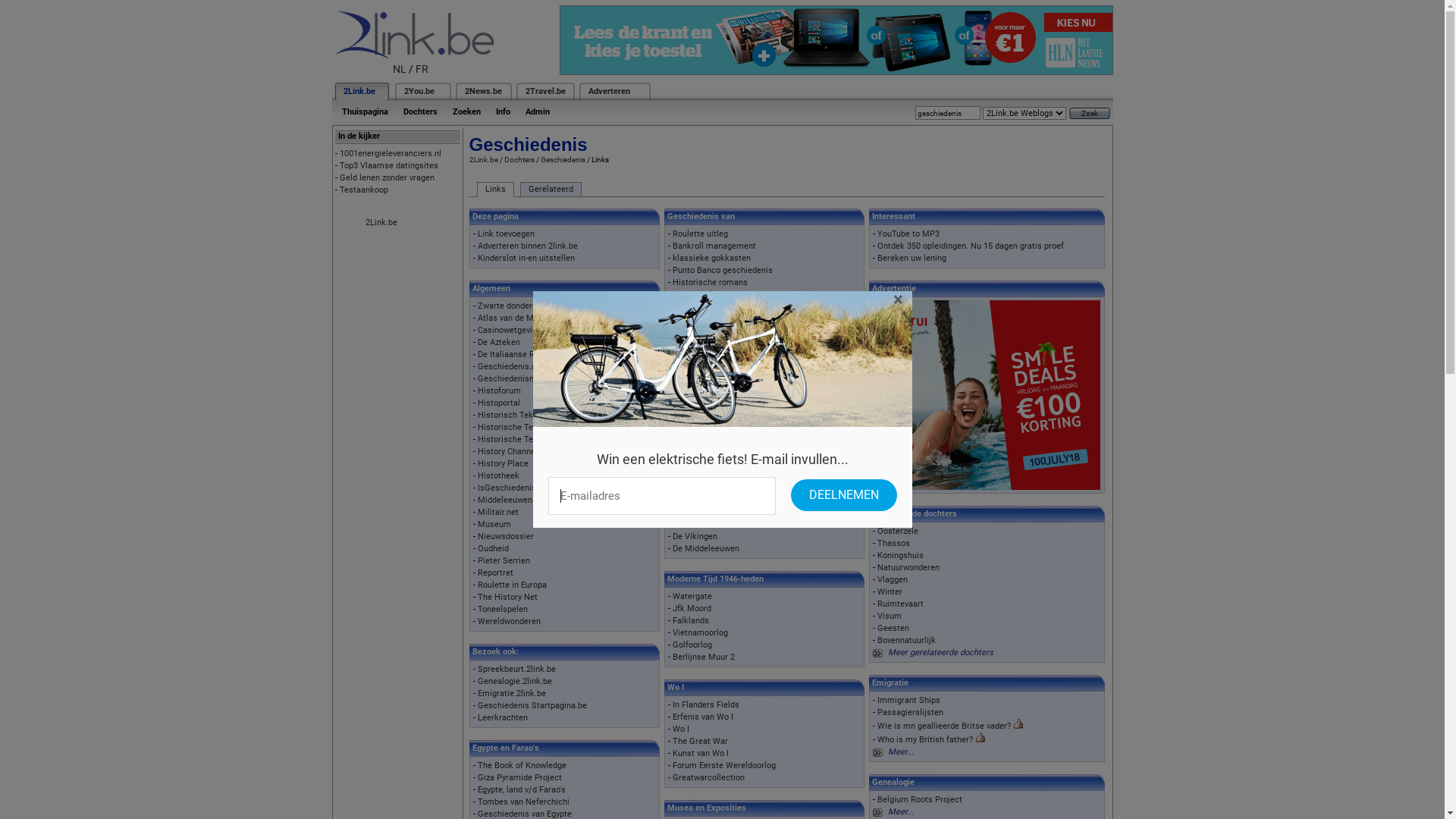 The width and height of the screenshot is (1456, 819). Describe the element at coordinates (519, 500) in the screenshot. I see `'Middeleeuwen Artikel'` at that location.